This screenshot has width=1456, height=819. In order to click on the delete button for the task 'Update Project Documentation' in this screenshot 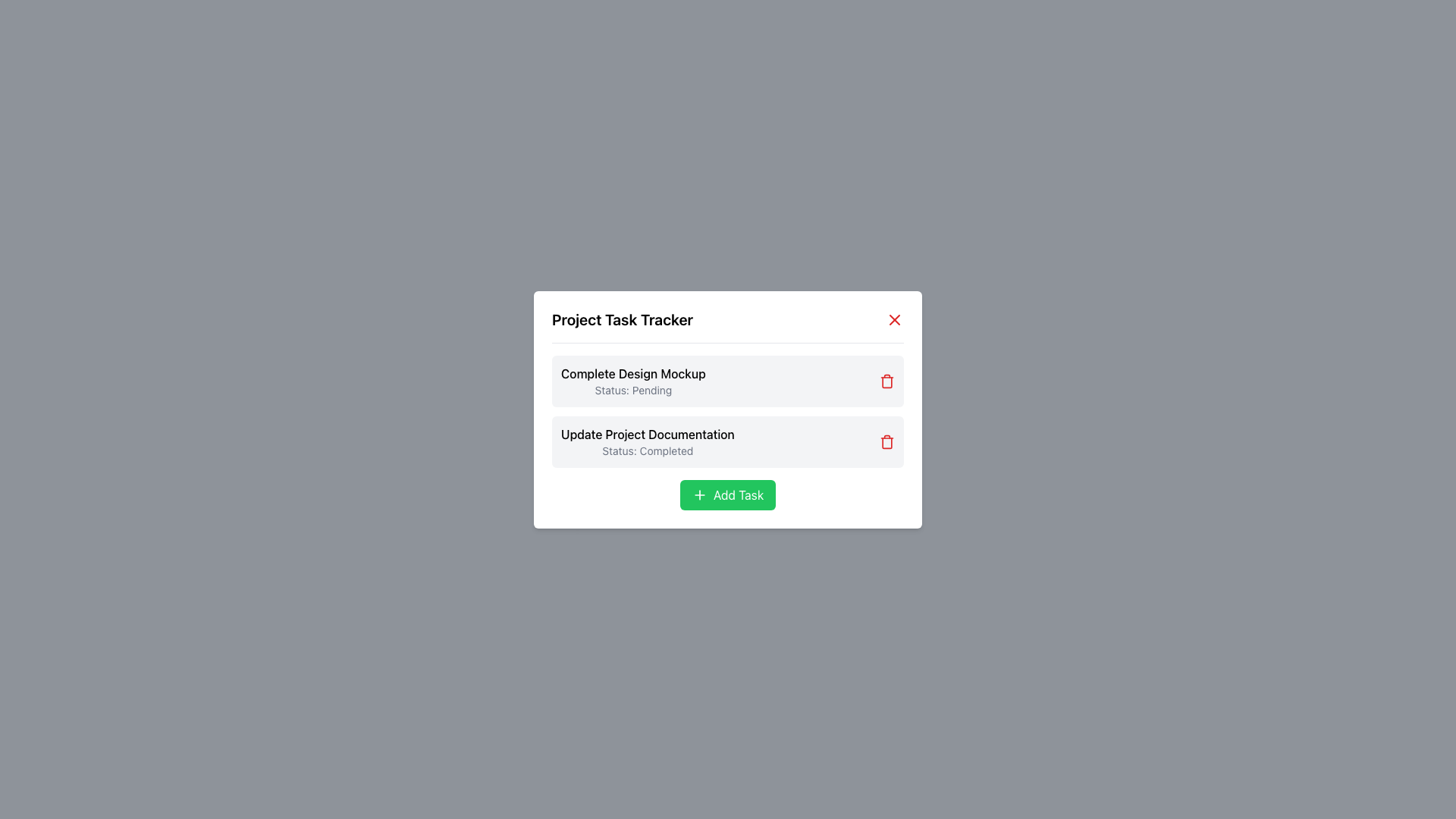, I will do `click(887, 441)`.